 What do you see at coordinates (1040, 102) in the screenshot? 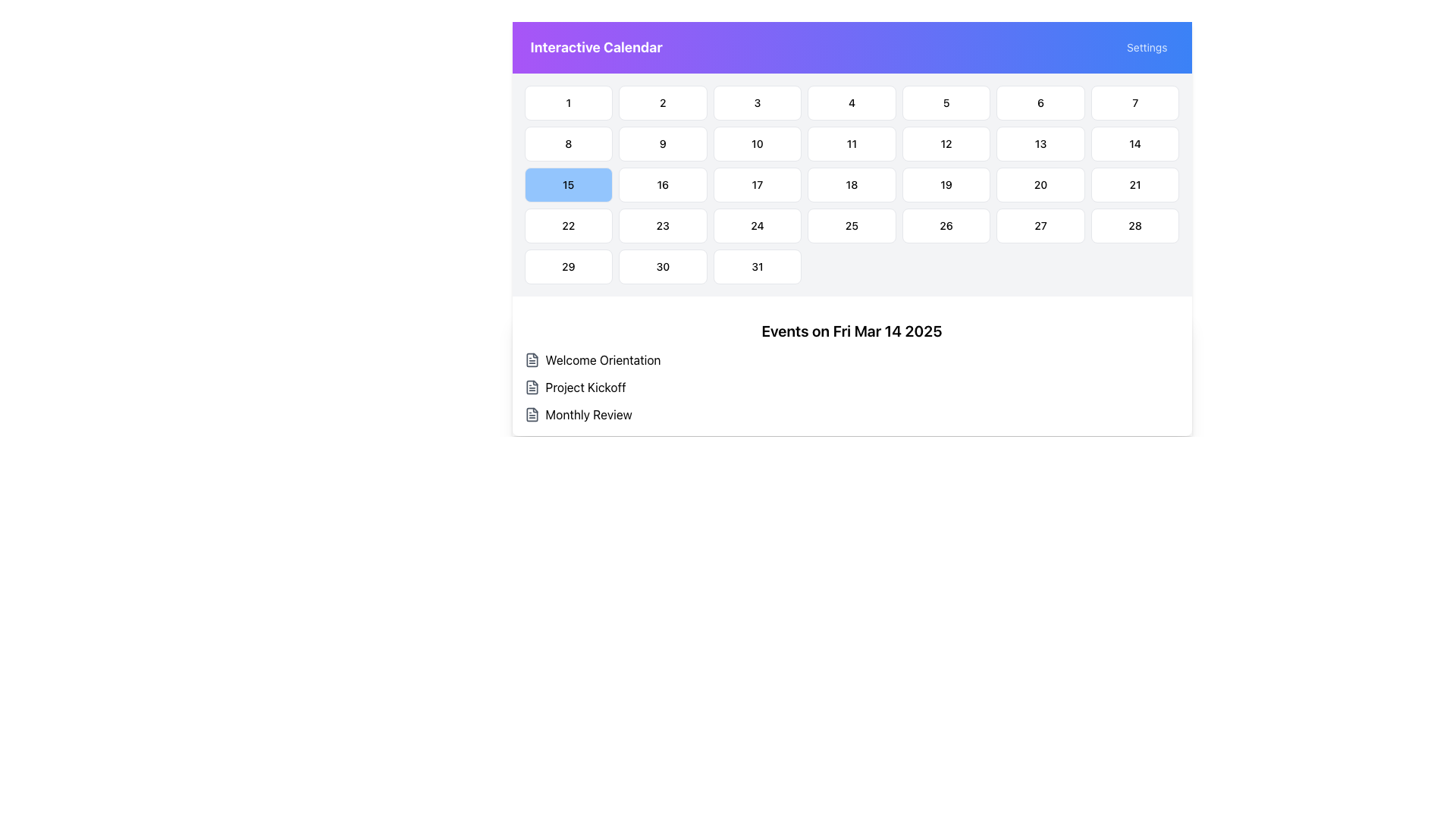
I see `numeral '6' displayed in bold inside the bordered rectangular panel in the top row of the calendar-like grid structure` at bounding box center [1040, 102].